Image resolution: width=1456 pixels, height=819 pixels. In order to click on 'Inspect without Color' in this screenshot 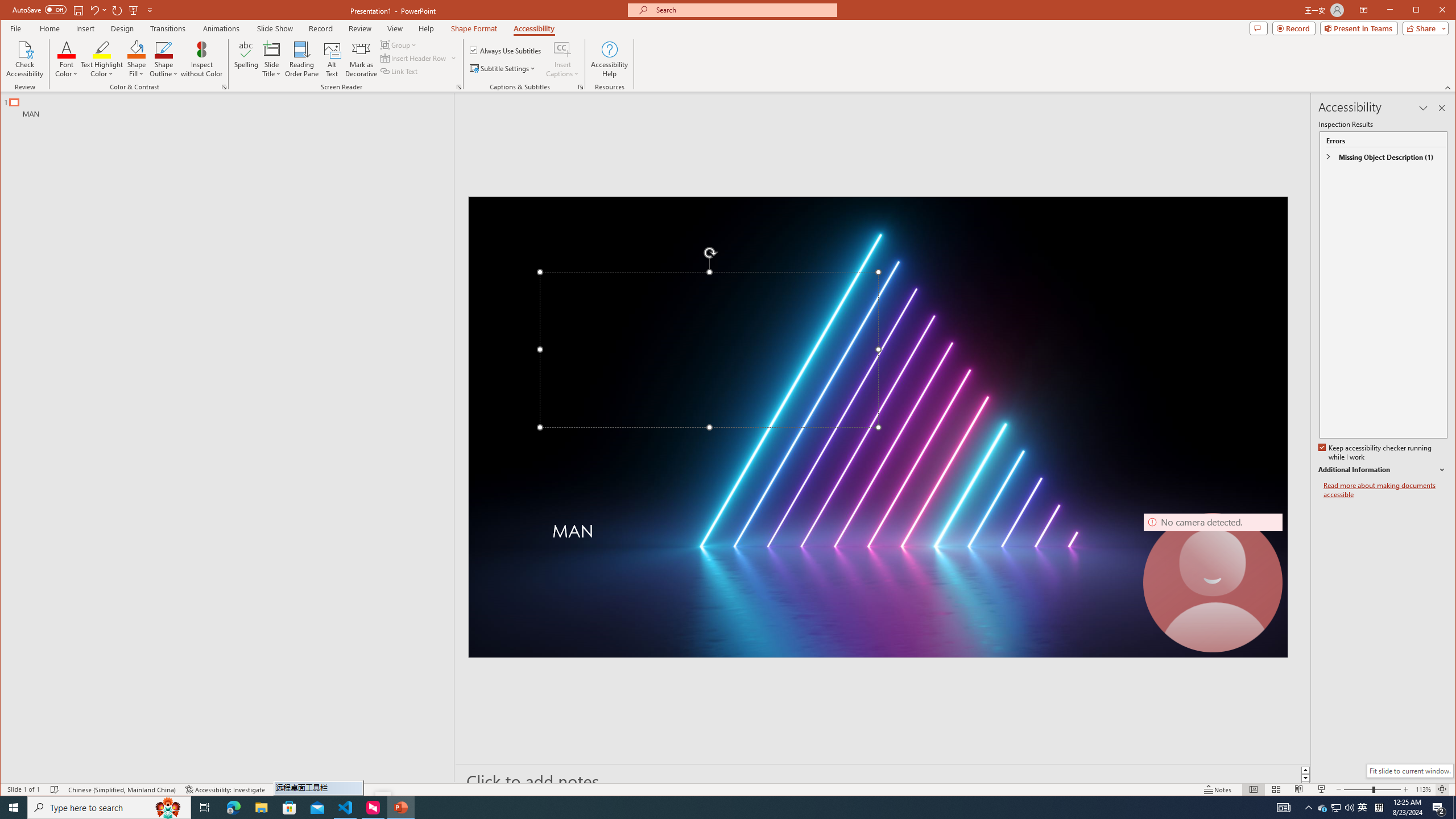, I will do `click(201, 59)`.